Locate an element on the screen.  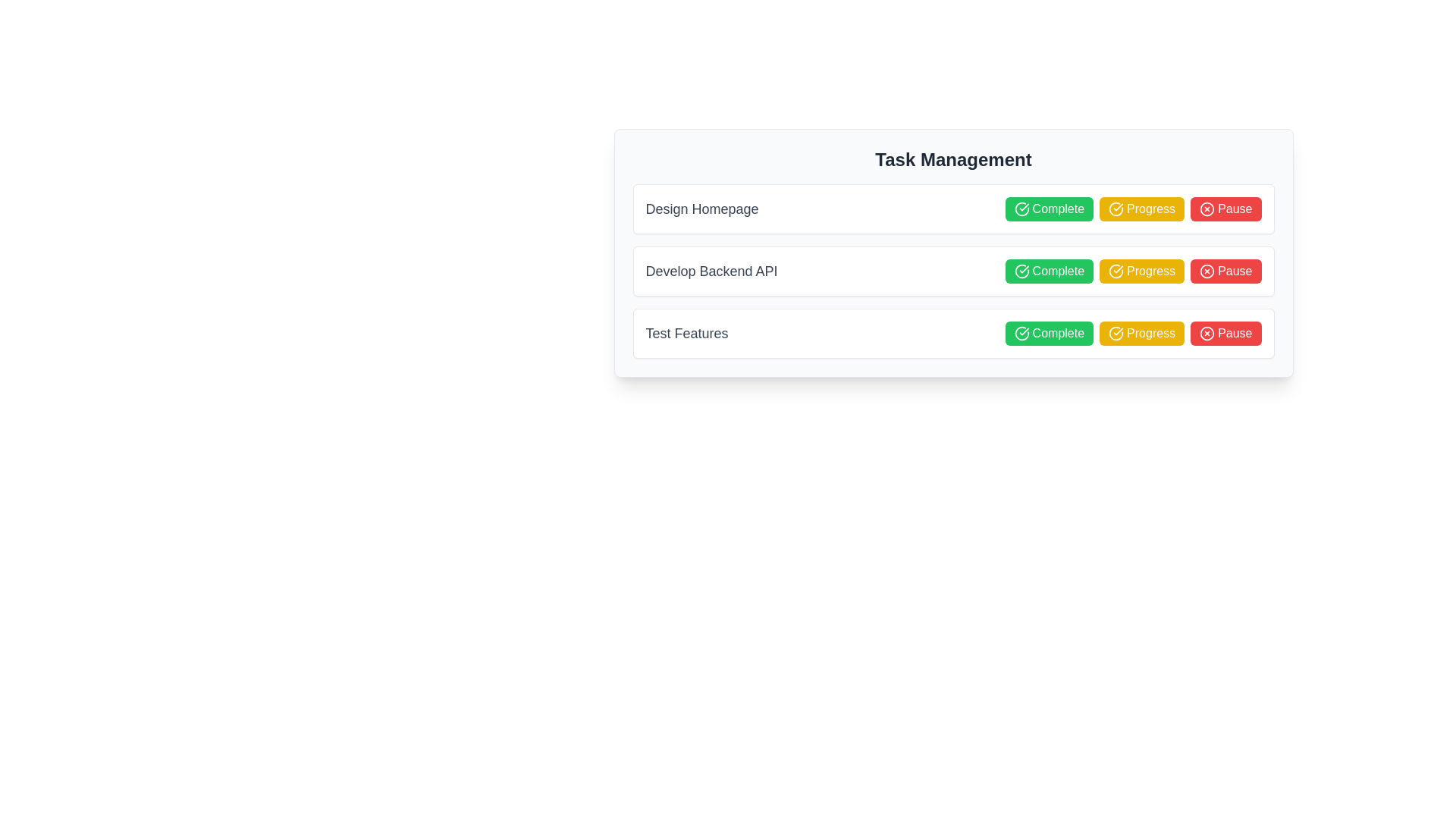
the circular green icon with a white checkmark, part of the 'Complete' button for the second task titled 'Develop Backend API', for further interaction is located at coordinates (1021, 271).